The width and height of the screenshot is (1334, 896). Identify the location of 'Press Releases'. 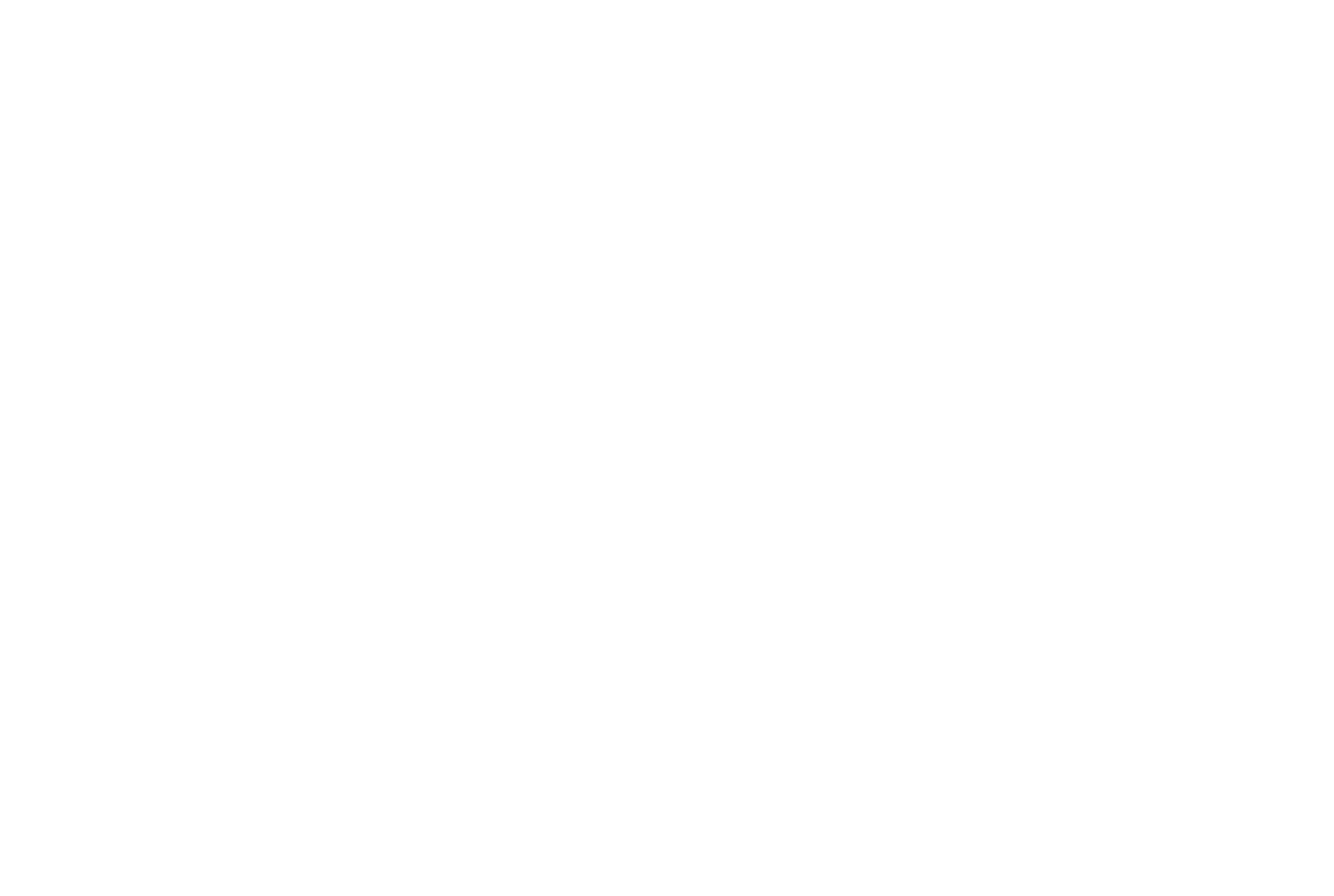
(501, 148).